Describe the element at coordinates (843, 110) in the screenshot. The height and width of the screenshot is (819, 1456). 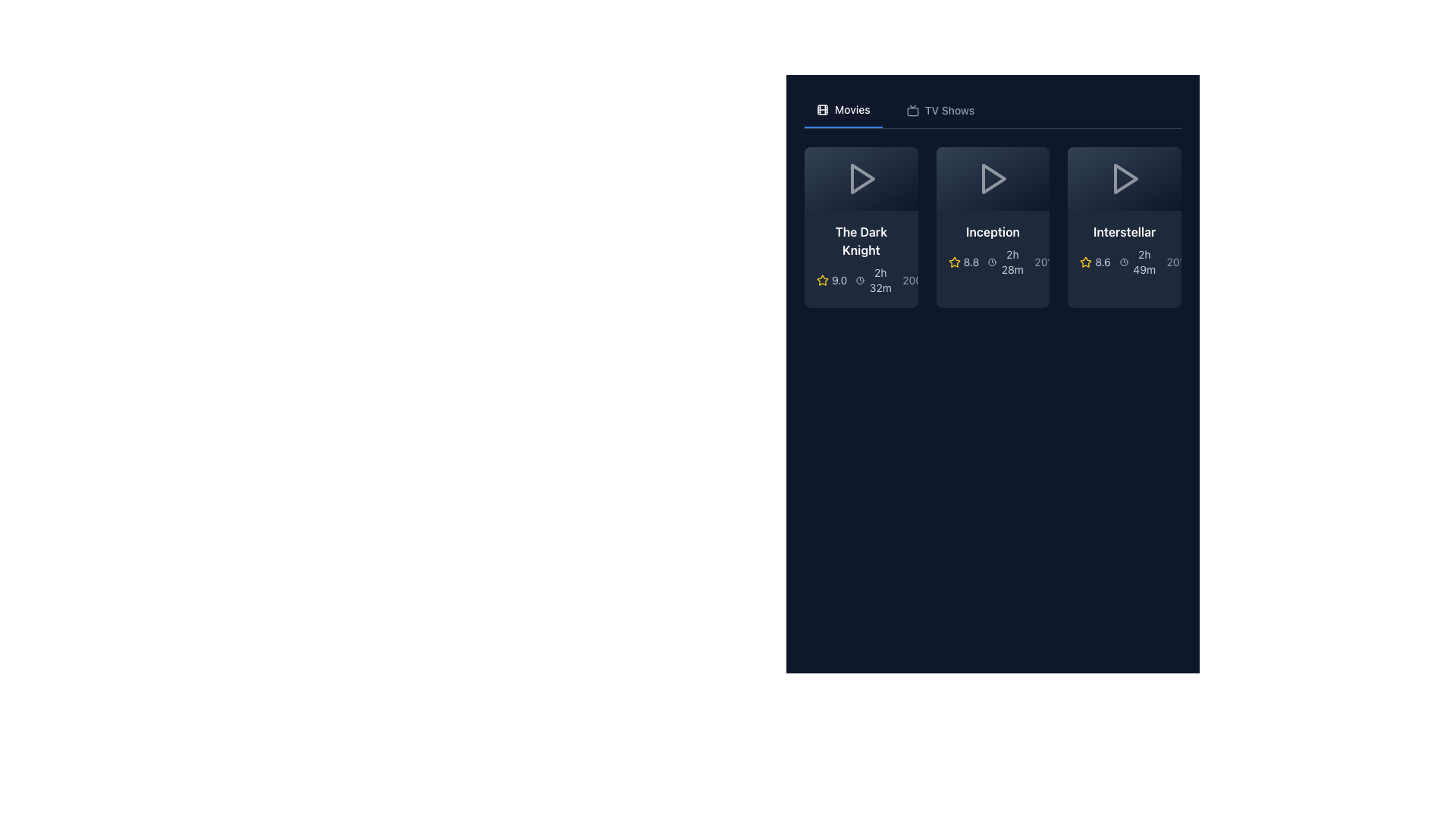
I see `the 'Movies' navigation tab located in the top navigation bar` at that location.